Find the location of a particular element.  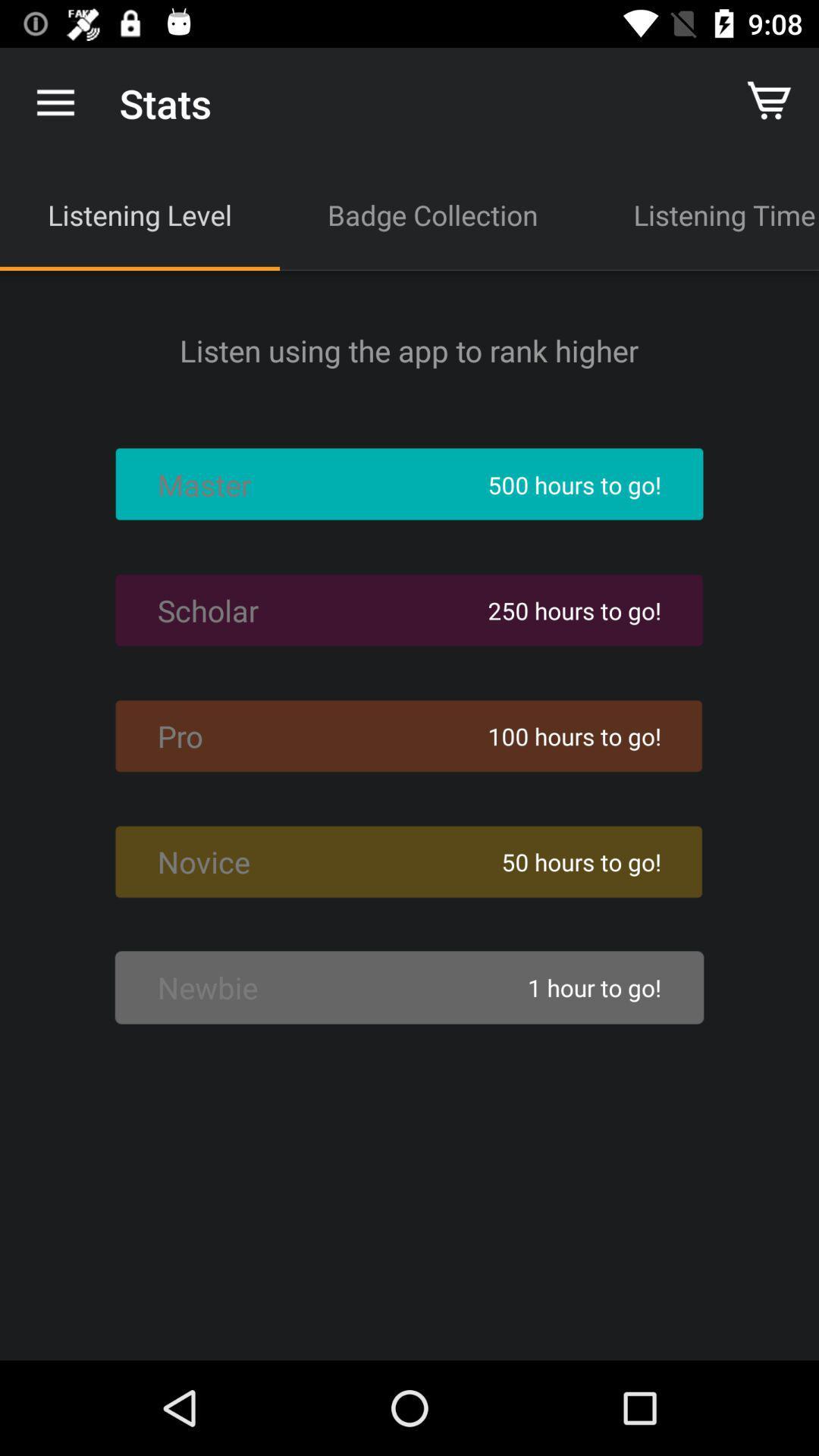

the item above the listening level app is located at coordinates (55, 102).